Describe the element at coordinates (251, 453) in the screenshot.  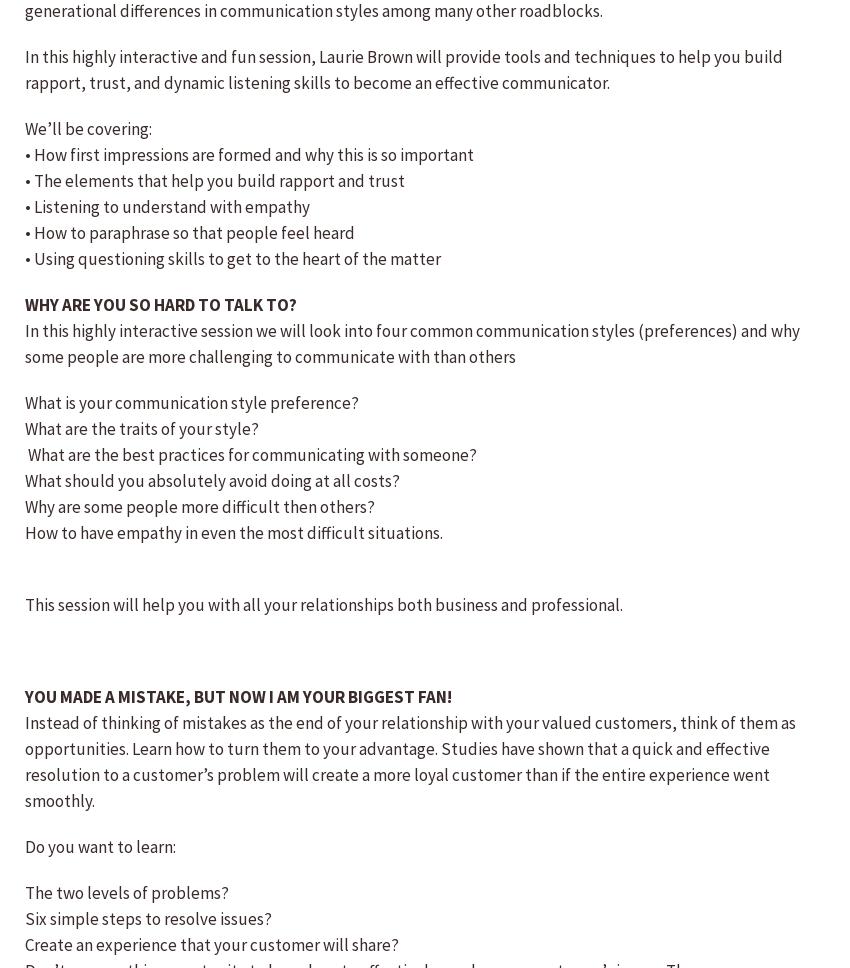
I see `'What are the best practices for communicating with someone?'` at that location.